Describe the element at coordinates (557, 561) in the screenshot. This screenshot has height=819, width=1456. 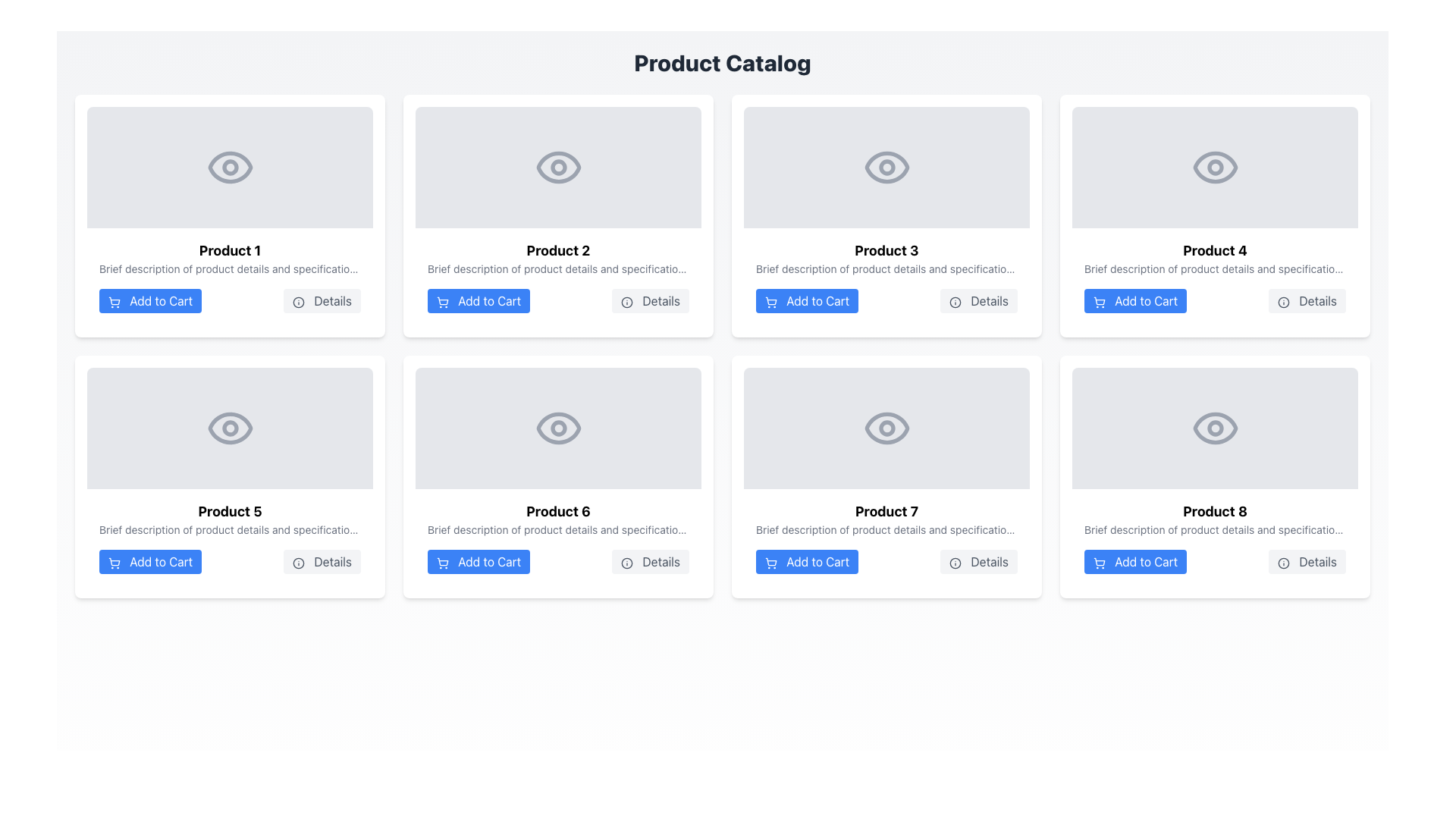
I see `the group of buttons within the product card for 'Product 6'` at that location.